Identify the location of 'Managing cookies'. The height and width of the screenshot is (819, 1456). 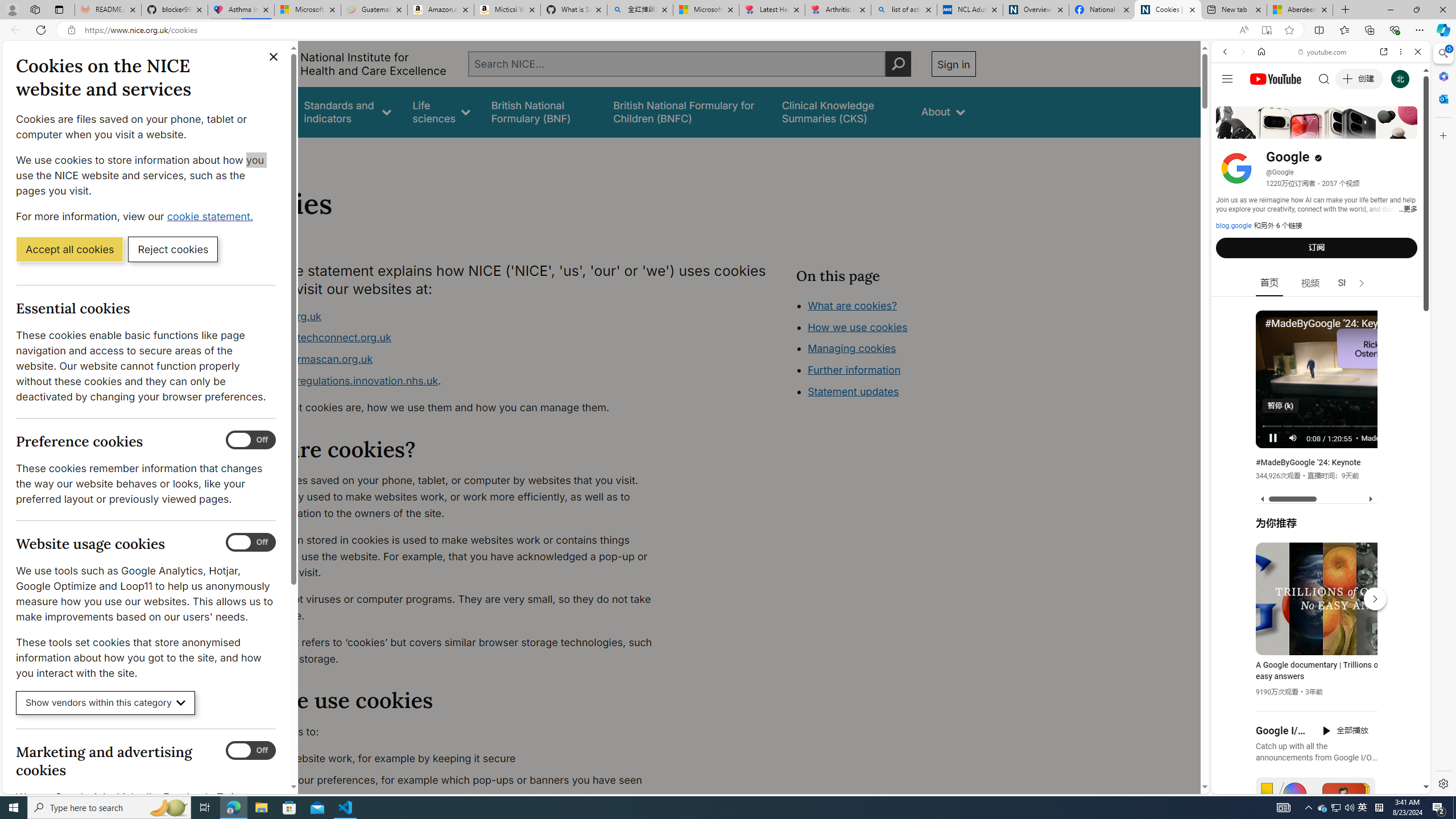
(851, 348).